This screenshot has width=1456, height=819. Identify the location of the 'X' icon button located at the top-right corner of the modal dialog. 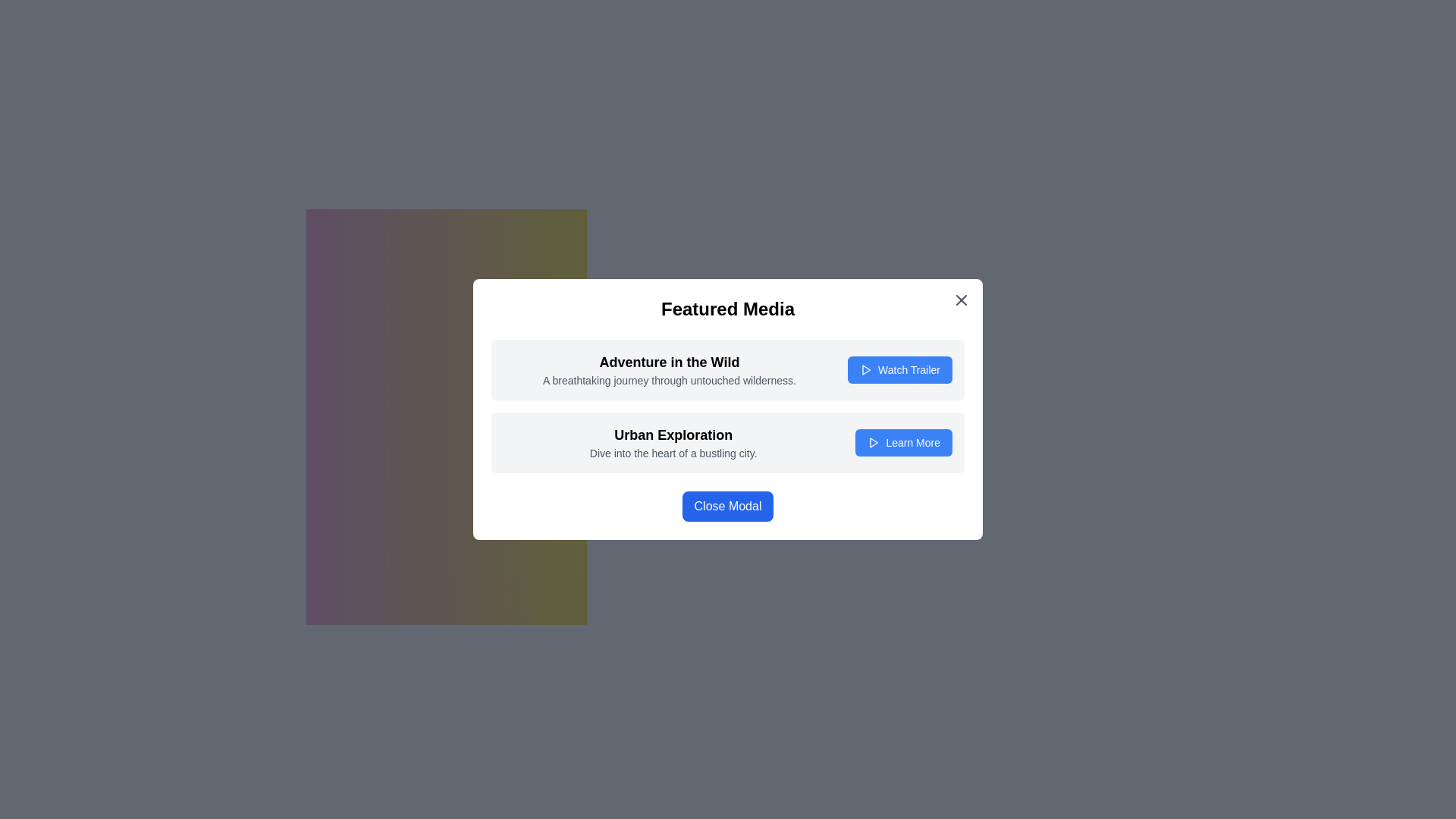
(960, 300).